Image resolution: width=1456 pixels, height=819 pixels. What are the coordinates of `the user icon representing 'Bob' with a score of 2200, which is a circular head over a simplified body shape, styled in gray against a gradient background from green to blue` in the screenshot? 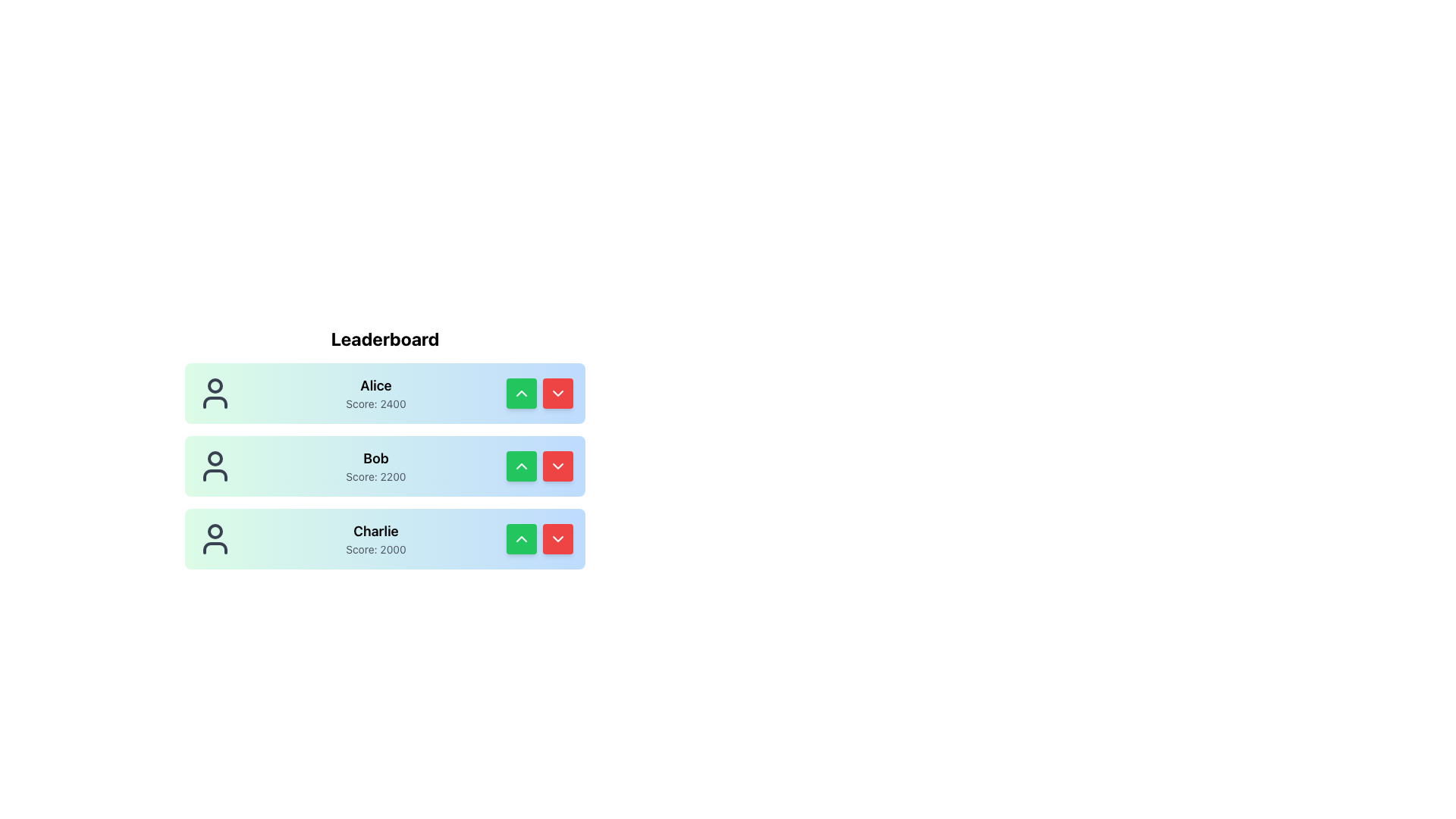 It's located at (214, 465).